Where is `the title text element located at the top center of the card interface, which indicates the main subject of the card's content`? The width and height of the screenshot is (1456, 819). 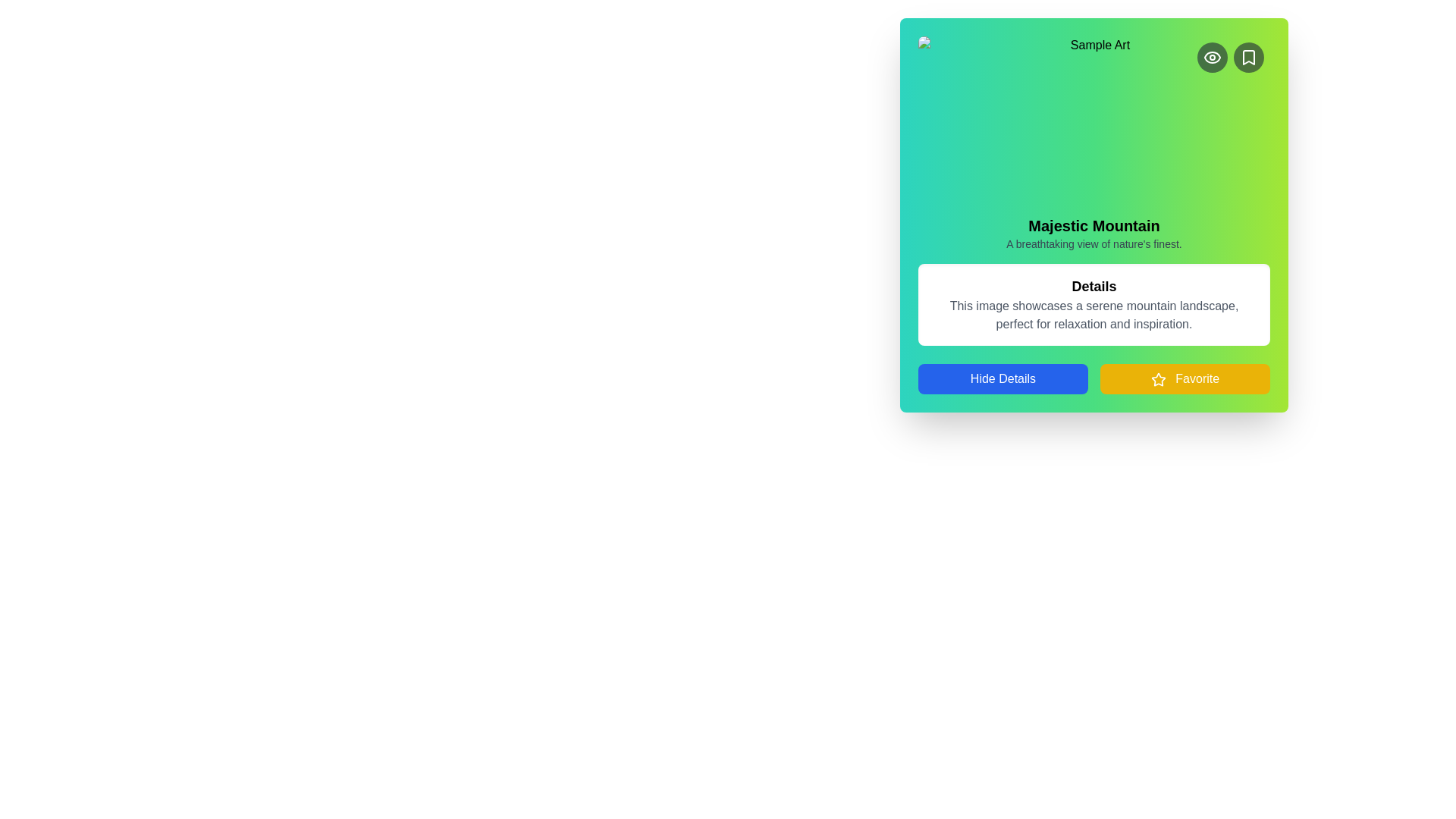 the title text element located at the top center of the card interface, which indicates the main subject of the card's content is located at coordinates (1094, 225).